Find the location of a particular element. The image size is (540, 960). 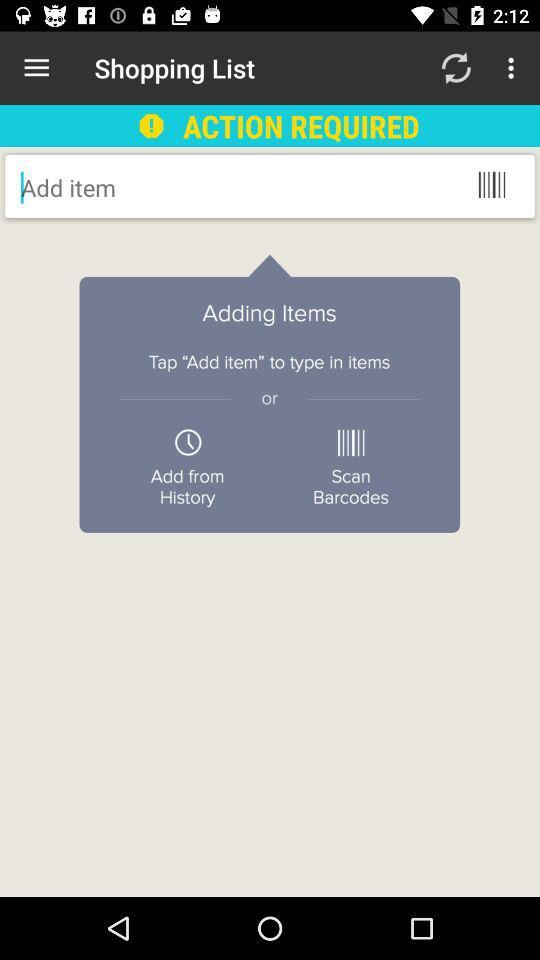

search bar is located at coordinates (181, 187).